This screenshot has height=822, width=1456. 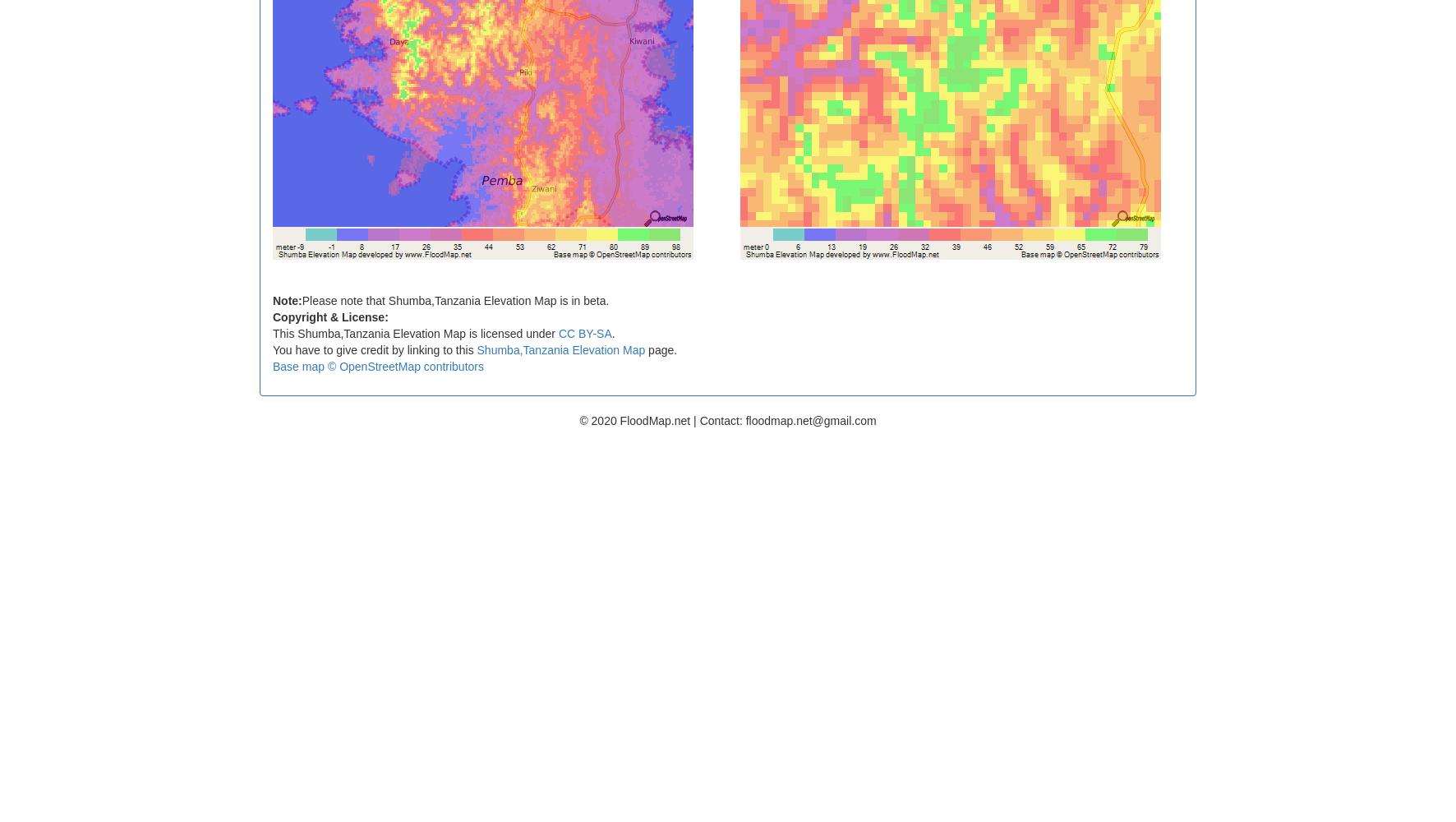 I want to click on 'Shumba,Tanzania Elevation Map', so click(x=560, y=349).